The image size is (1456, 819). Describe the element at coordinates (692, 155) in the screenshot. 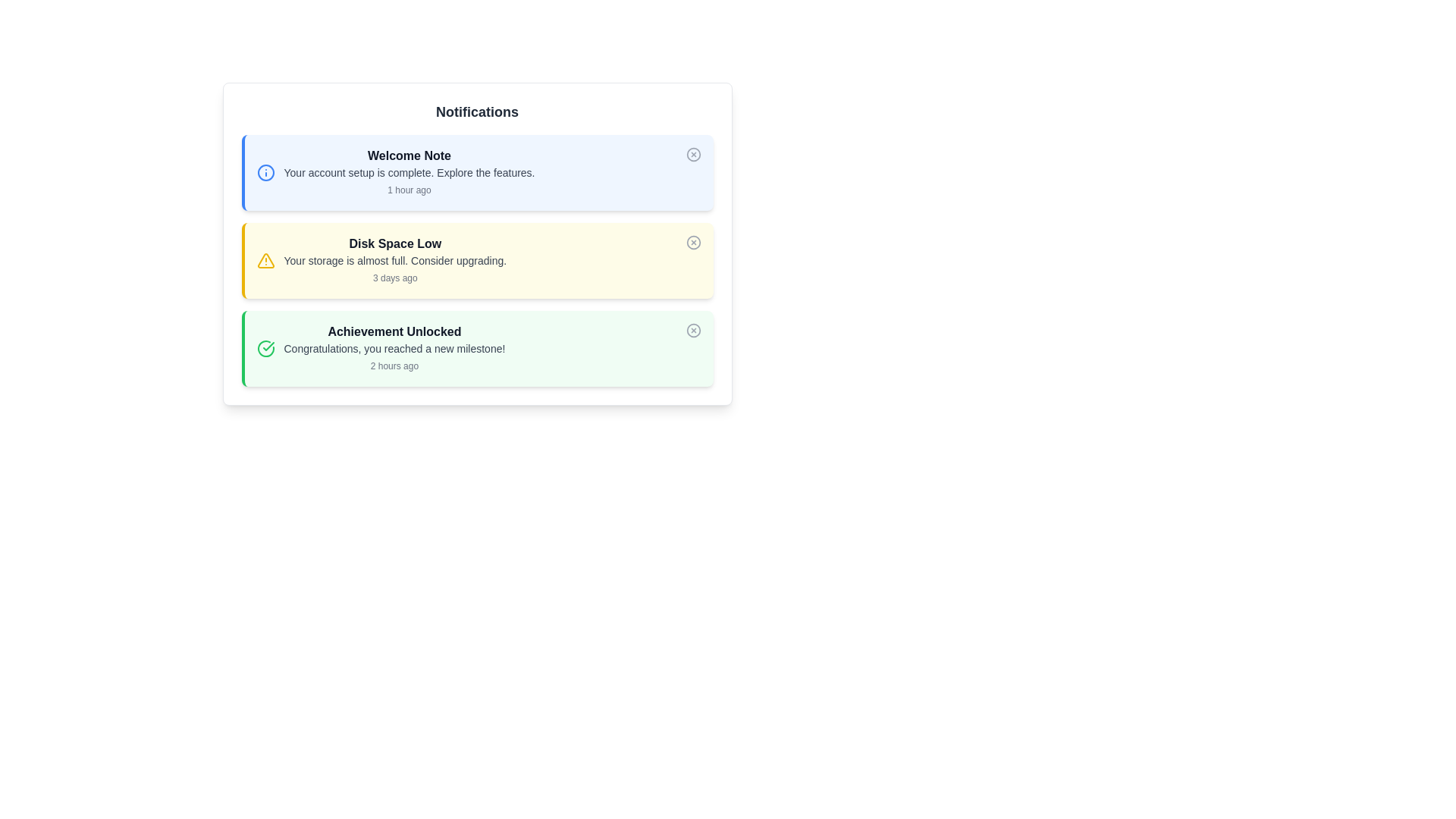

I see `the dismiss button located in the top-right corner of the 'Welcome Note' notification card` at that location.